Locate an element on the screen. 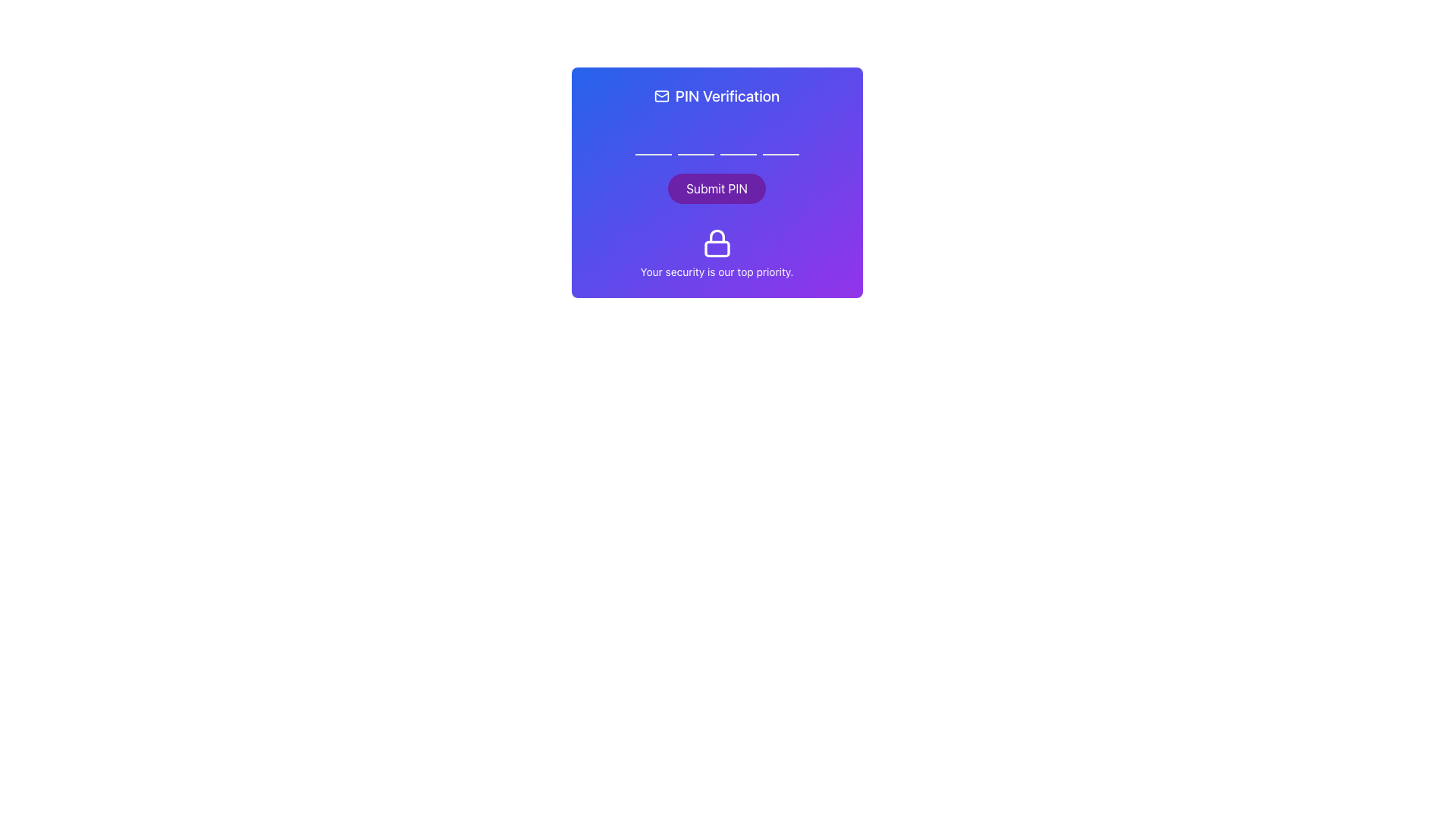  text from the header section featuring an envelope icon and the text 'PIN Verification', which is prominently displayed at the top center of the card component is located at coordinates (716, 96).